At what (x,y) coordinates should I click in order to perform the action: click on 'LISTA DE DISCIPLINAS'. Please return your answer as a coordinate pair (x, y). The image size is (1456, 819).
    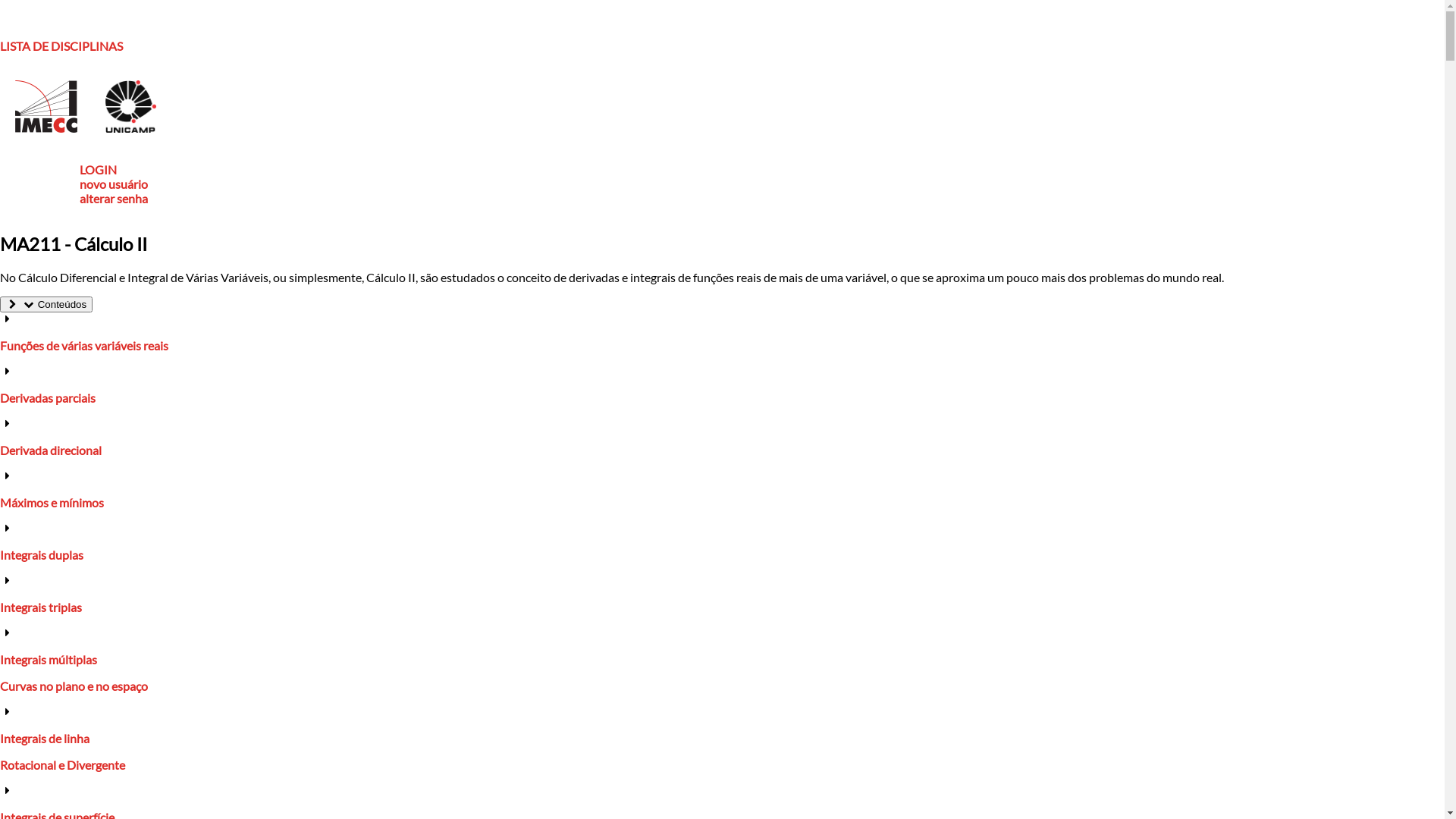
    Looking at the image, I should click on (0, 45).